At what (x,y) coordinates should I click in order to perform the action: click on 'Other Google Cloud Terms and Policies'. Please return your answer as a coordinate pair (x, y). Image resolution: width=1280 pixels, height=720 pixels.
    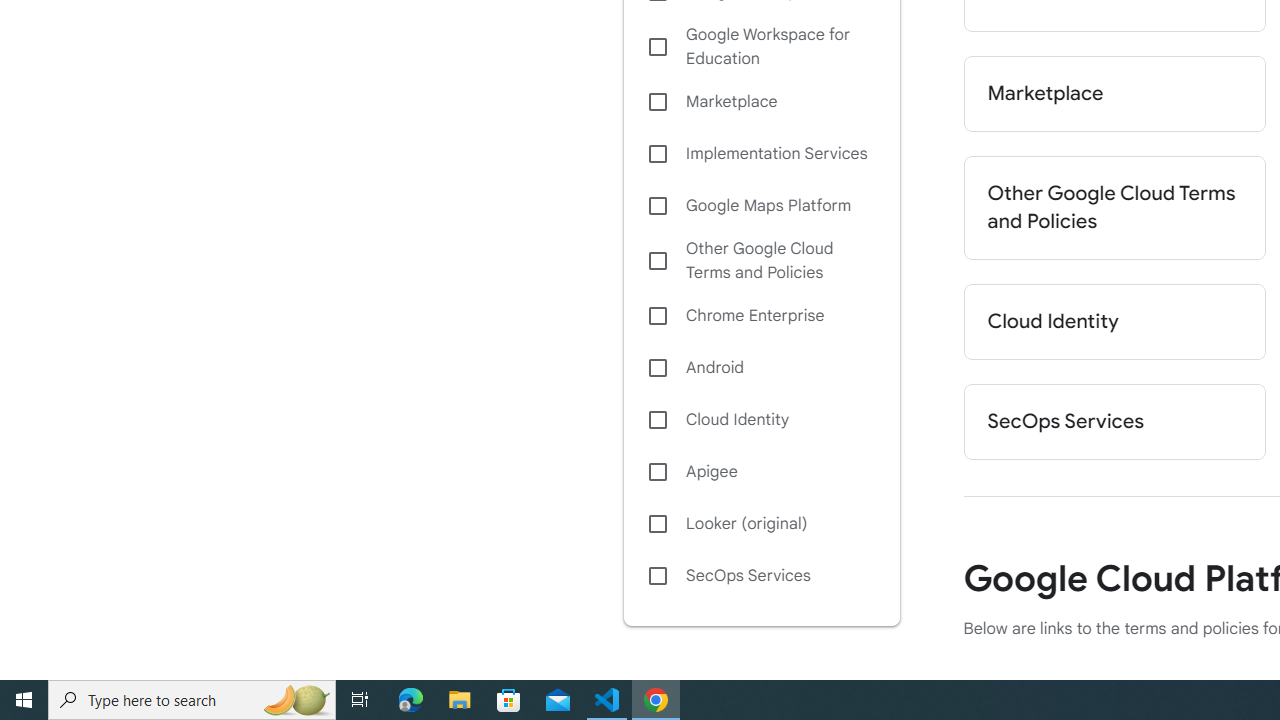
    Looking at the image, I should click on (760, 260).